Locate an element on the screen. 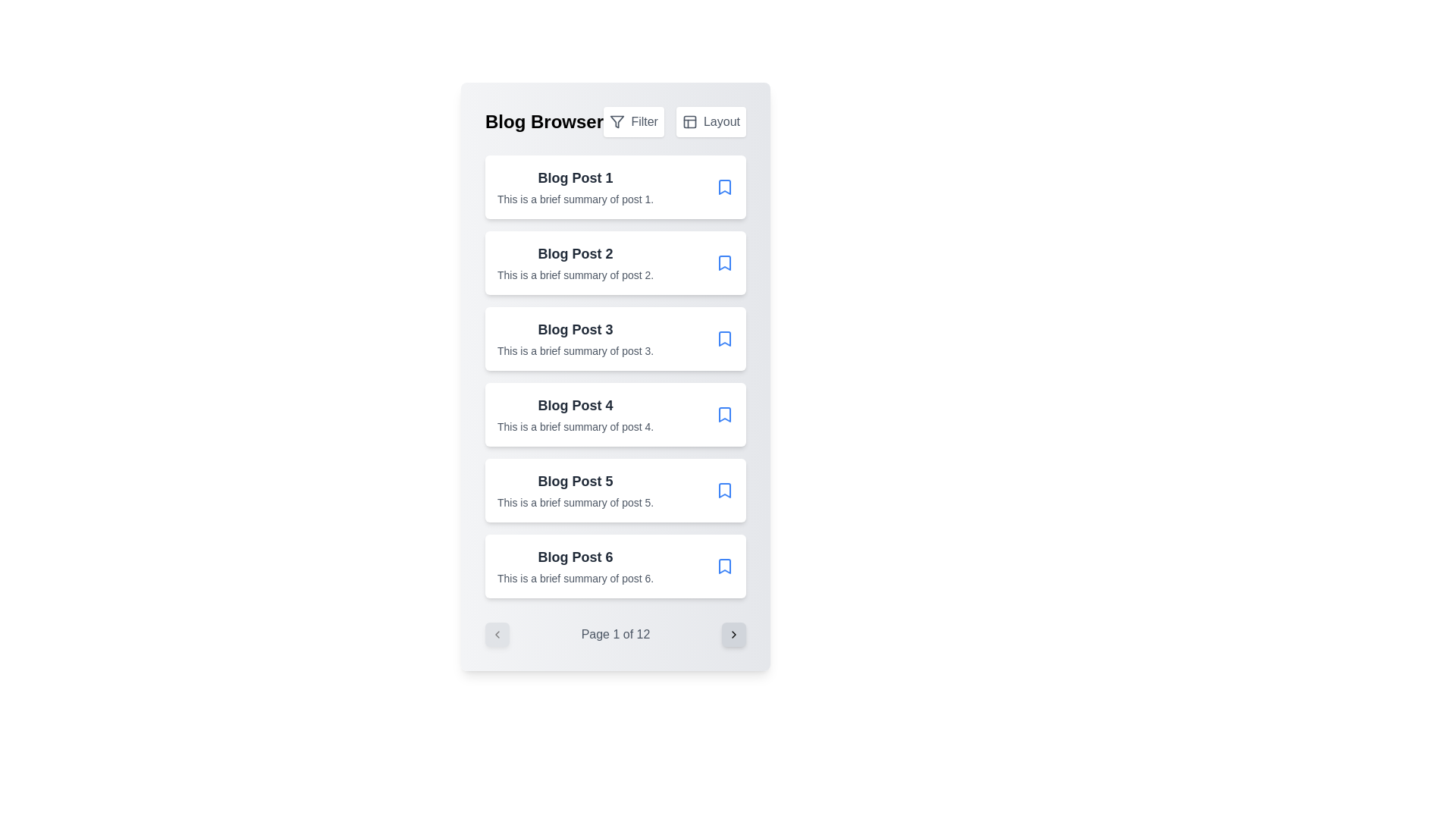 The height and width of the screenshot is (819, 1456). the filter icon in the middle section of the Header with interactive controls to apply filters is located at coordinates (615, 121).